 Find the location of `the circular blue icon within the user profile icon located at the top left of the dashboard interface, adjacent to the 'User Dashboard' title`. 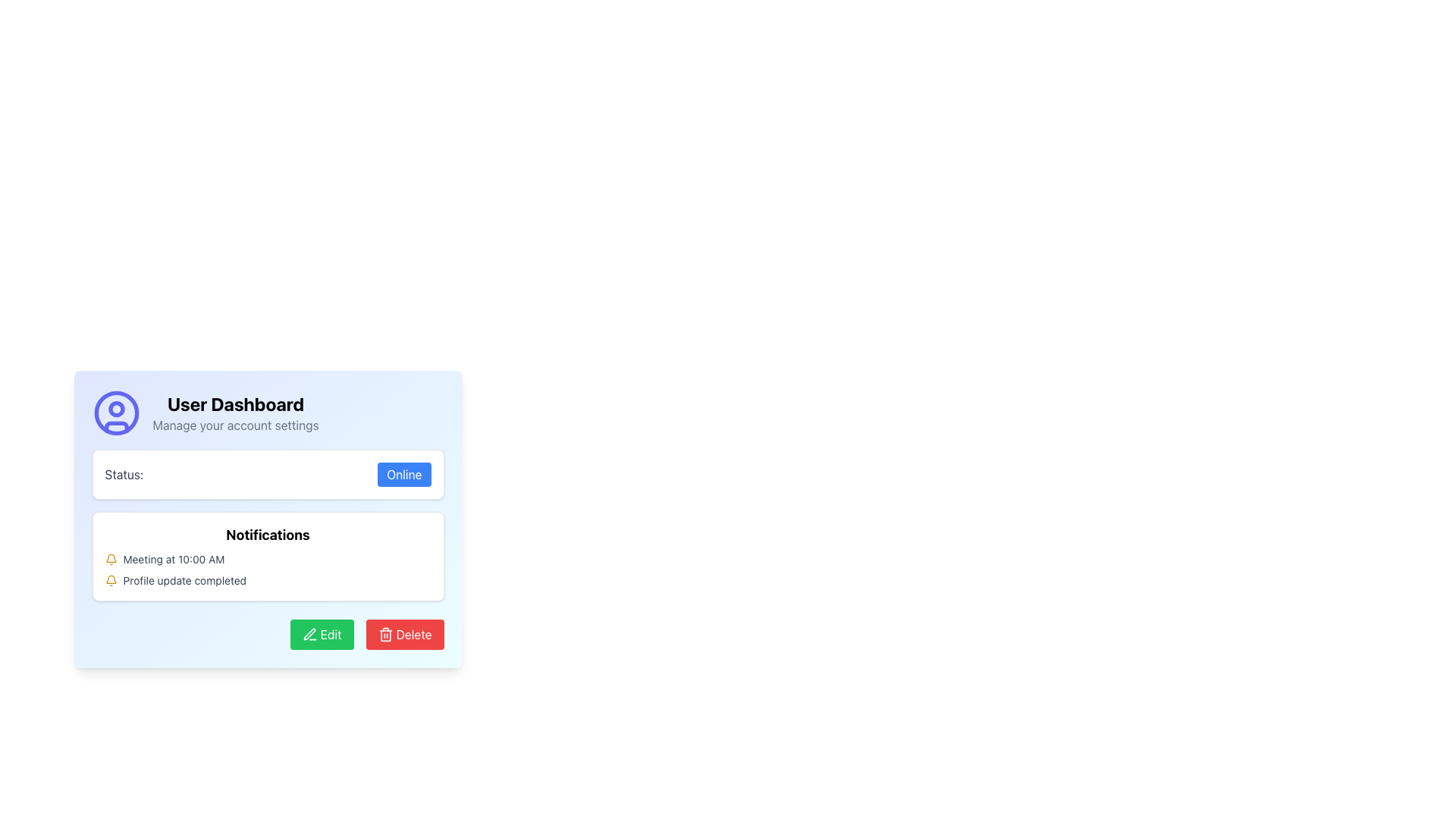

the circular blue icon within the user profile icon located at the top left of the dashboard interface, adjacent to the 'User Dashboard' title is located at coordinates (115, 413).